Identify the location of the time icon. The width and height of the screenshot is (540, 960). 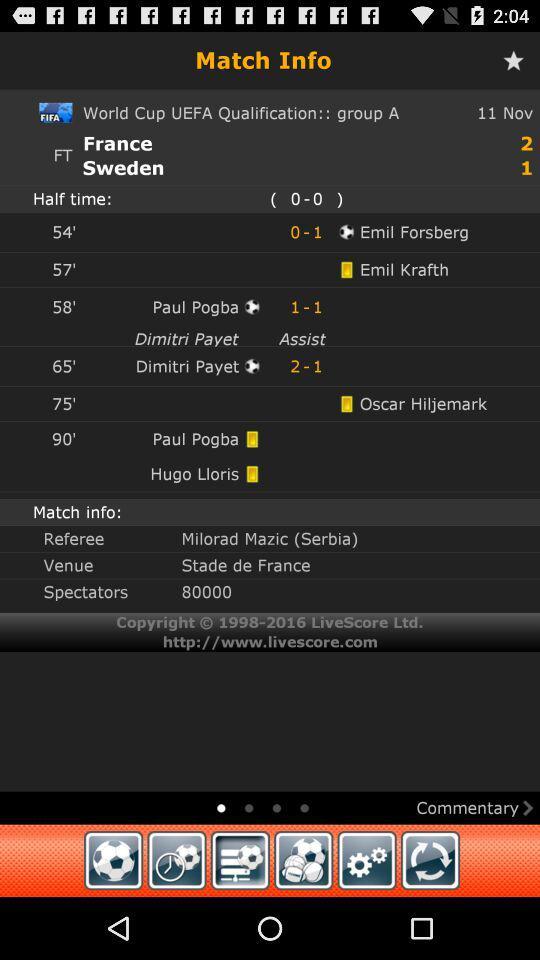
(177, 921).